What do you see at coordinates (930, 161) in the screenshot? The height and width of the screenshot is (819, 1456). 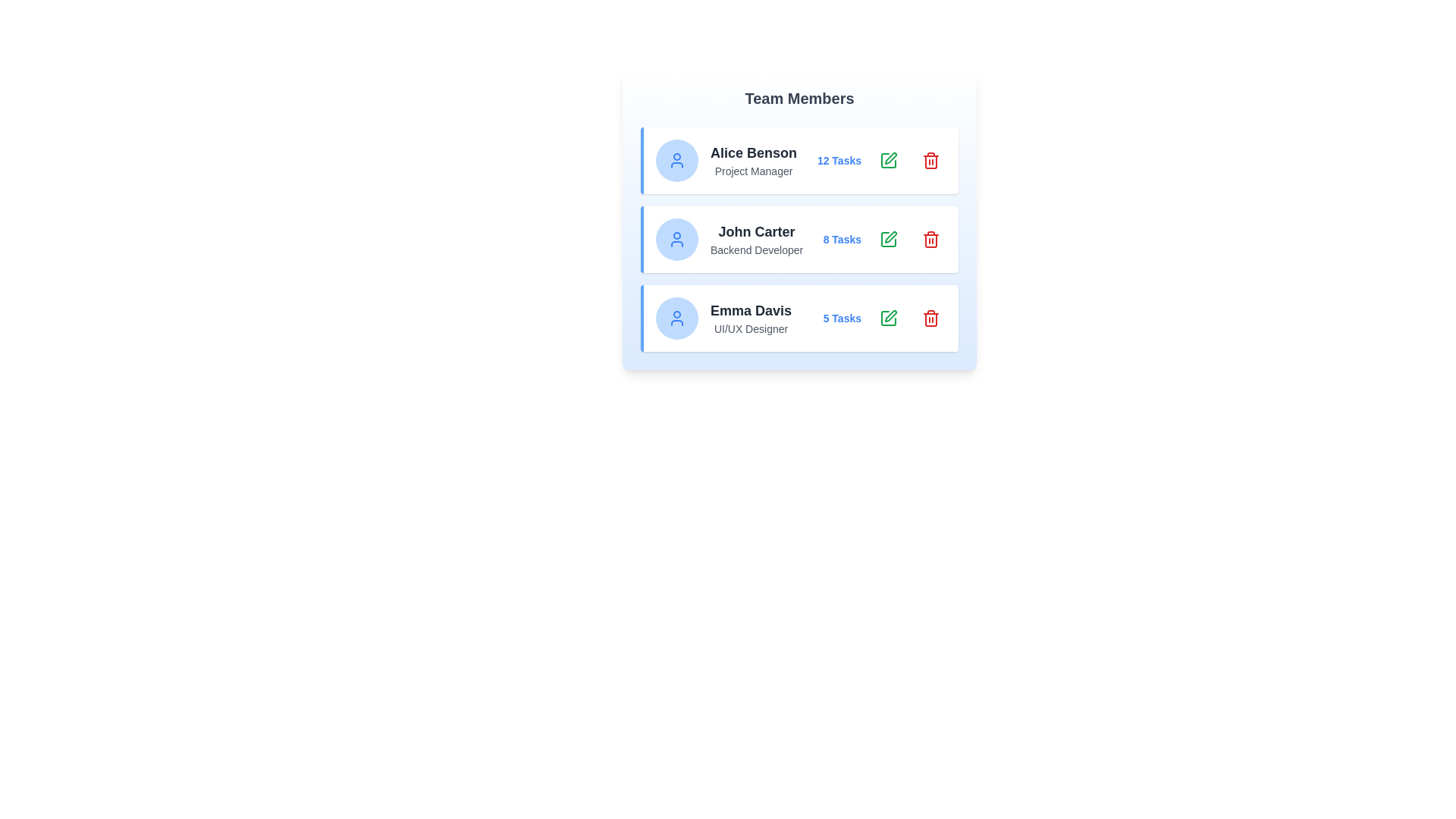 I see `the 'Remove' button for the team member identified by Alice Benson` at bounding box center [930, 161].